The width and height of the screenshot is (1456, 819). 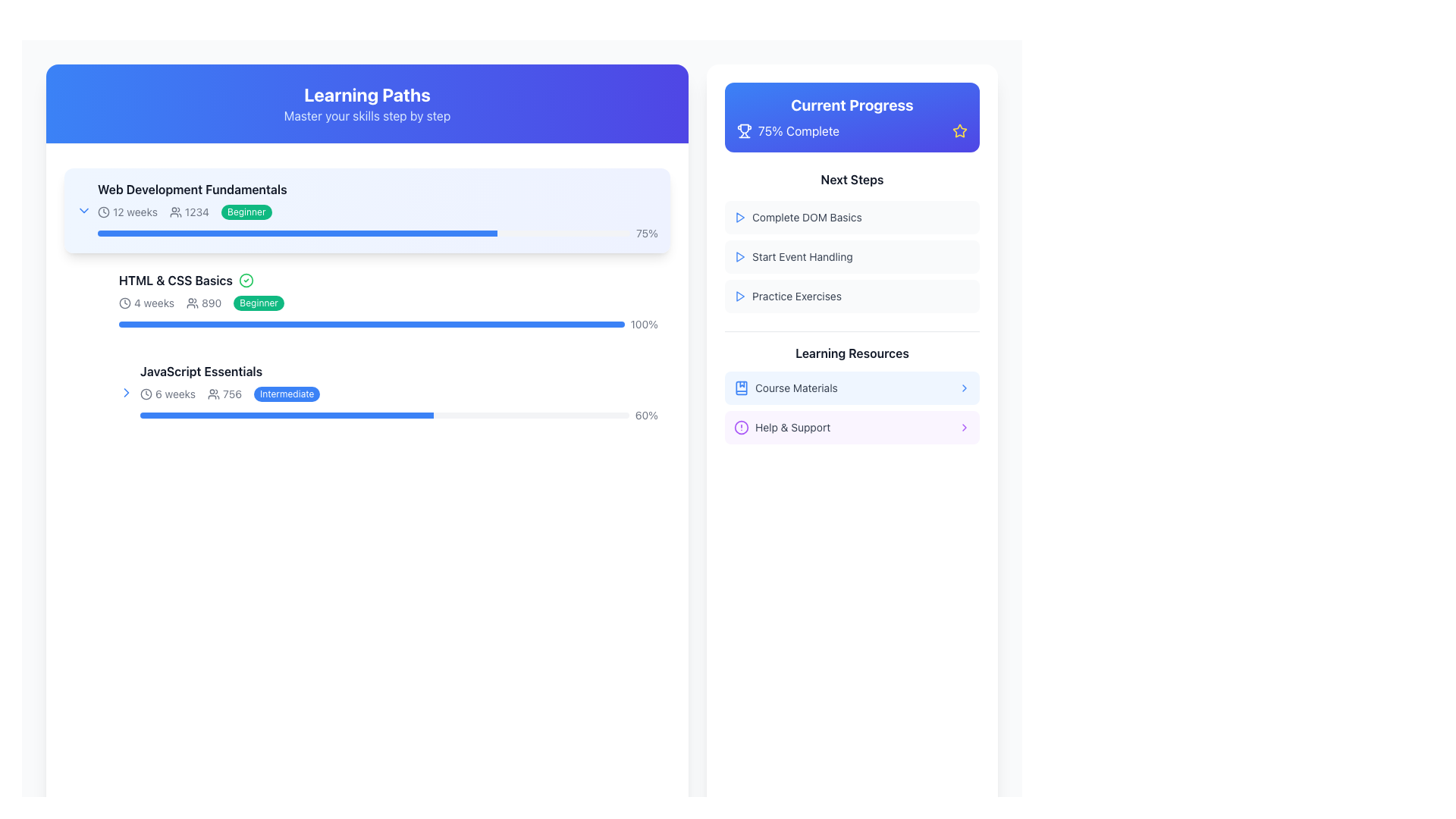 I want to click on the 'Course Materials' text label, which is the first item in the 'Learning Resources' section under the 'Current Progress' panel, so click(x=786, y=388).